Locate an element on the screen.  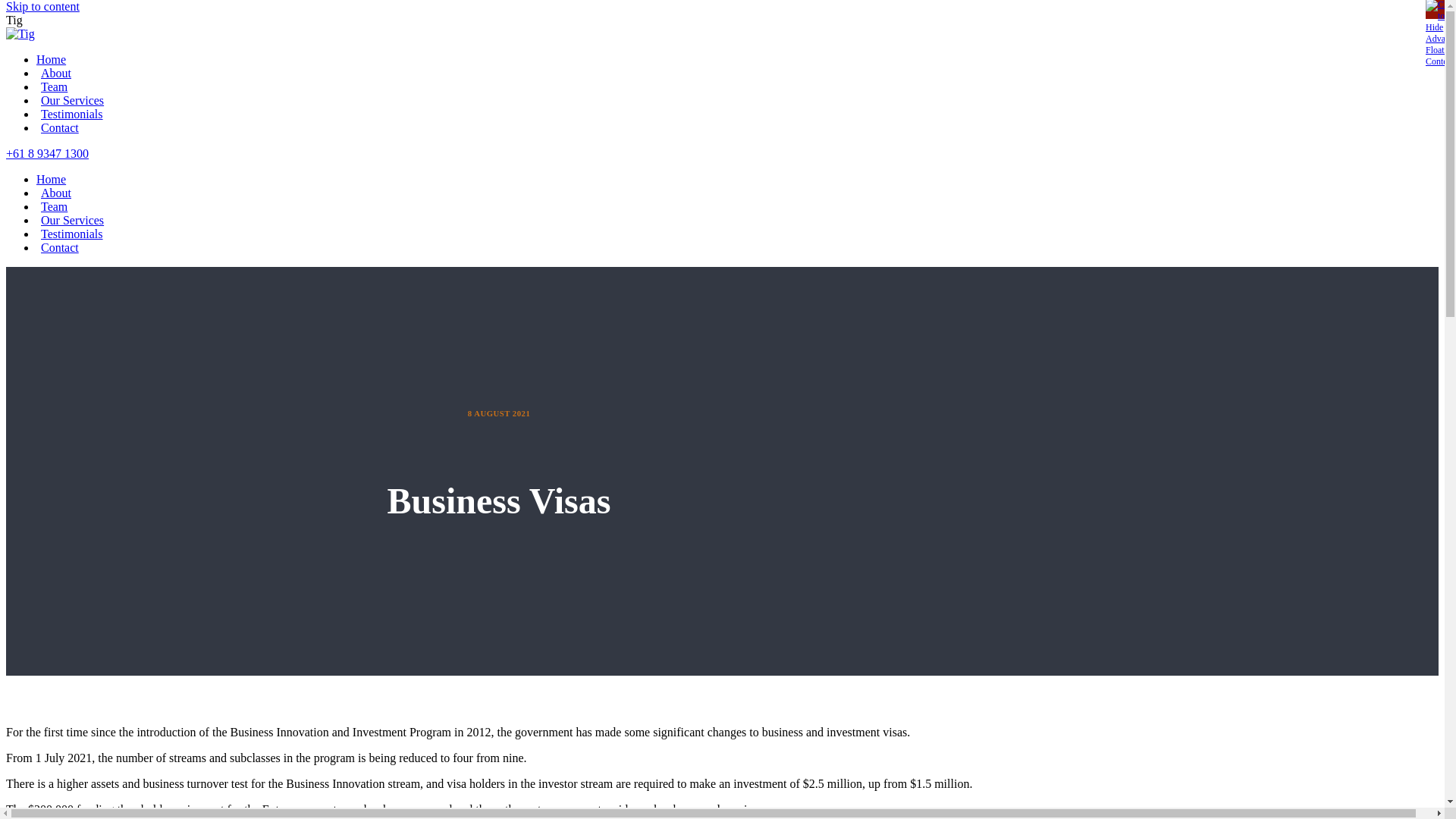
'Team' is located at coordinates (52, 206).